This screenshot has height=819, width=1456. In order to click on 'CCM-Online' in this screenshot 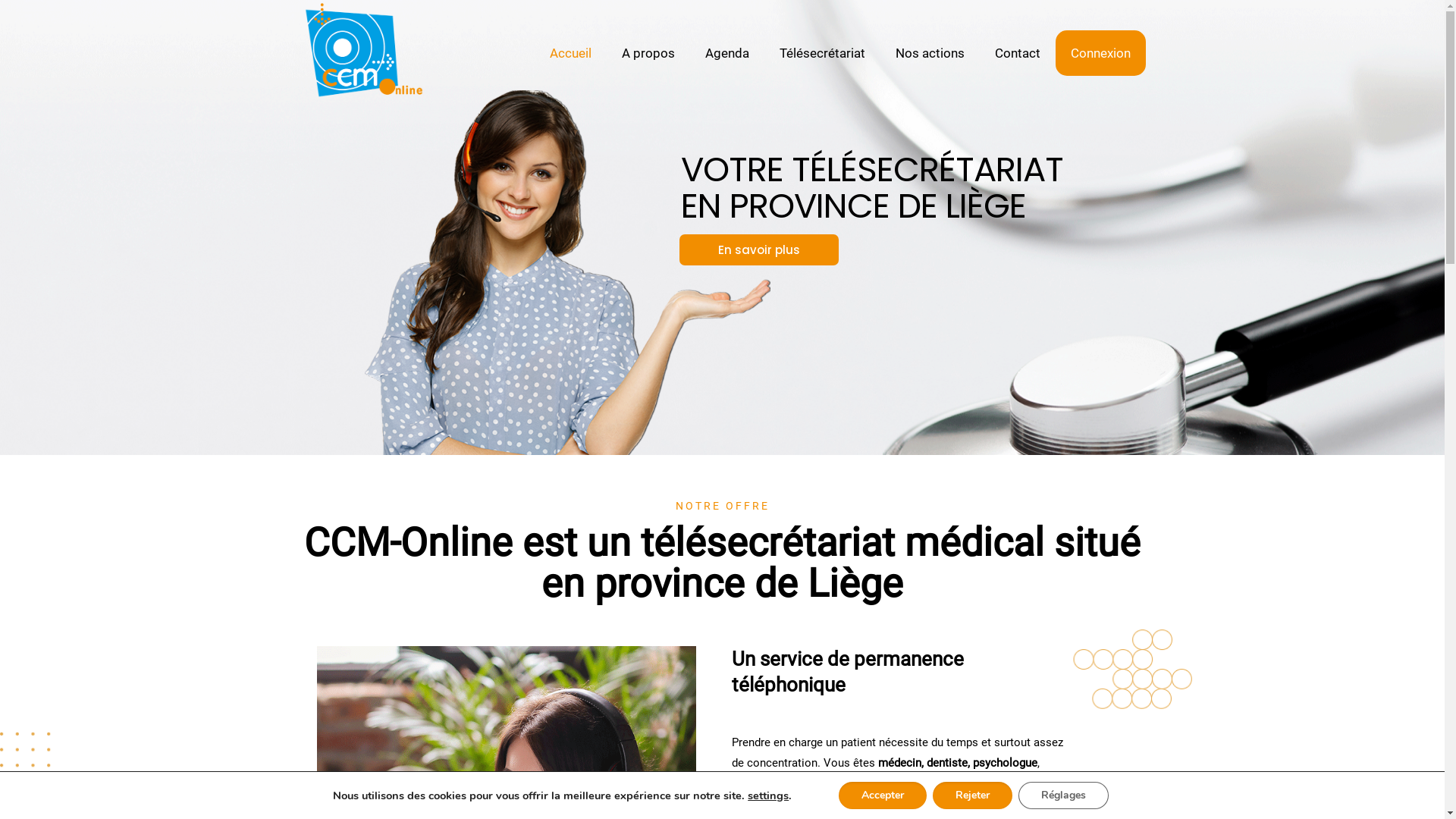, I will do `click(362, 52)`.